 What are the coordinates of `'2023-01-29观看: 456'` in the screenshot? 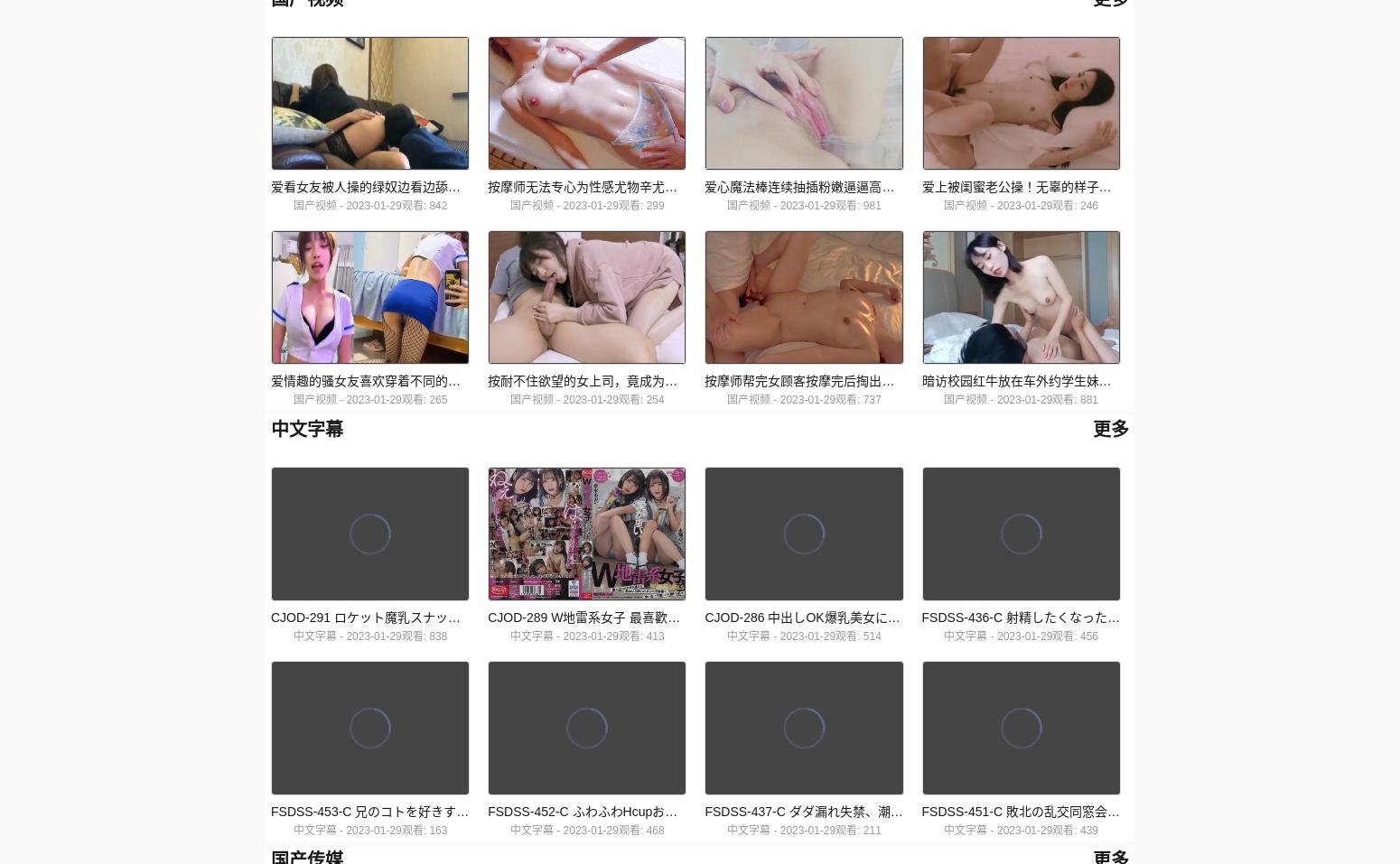 It's located at (1046, 636).